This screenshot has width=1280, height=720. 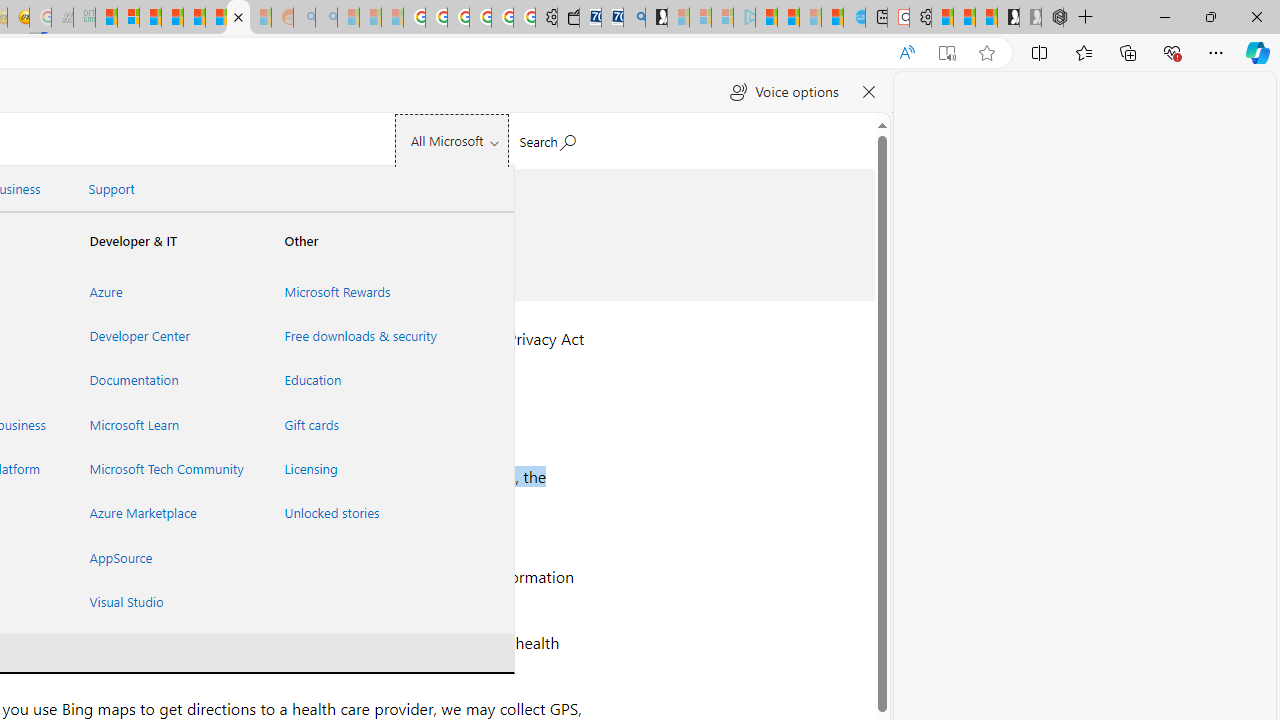 What do you see at coordinates (357, 335) in the screenshot?
I see `'Free downloads & security'` at bounding box center [357, 335].